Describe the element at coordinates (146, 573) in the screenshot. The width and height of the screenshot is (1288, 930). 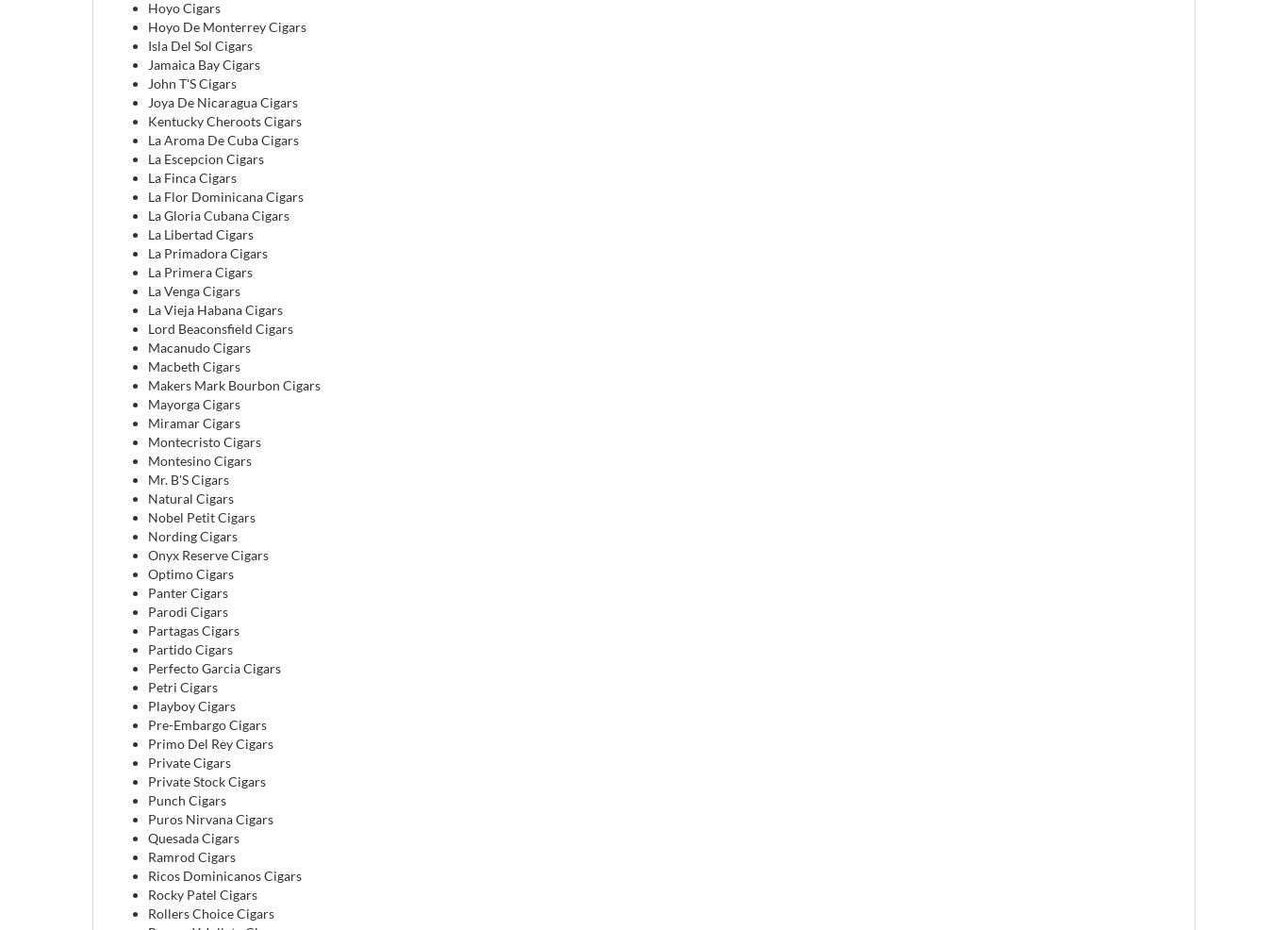
I see `'Optimo Cigars'` at that location.